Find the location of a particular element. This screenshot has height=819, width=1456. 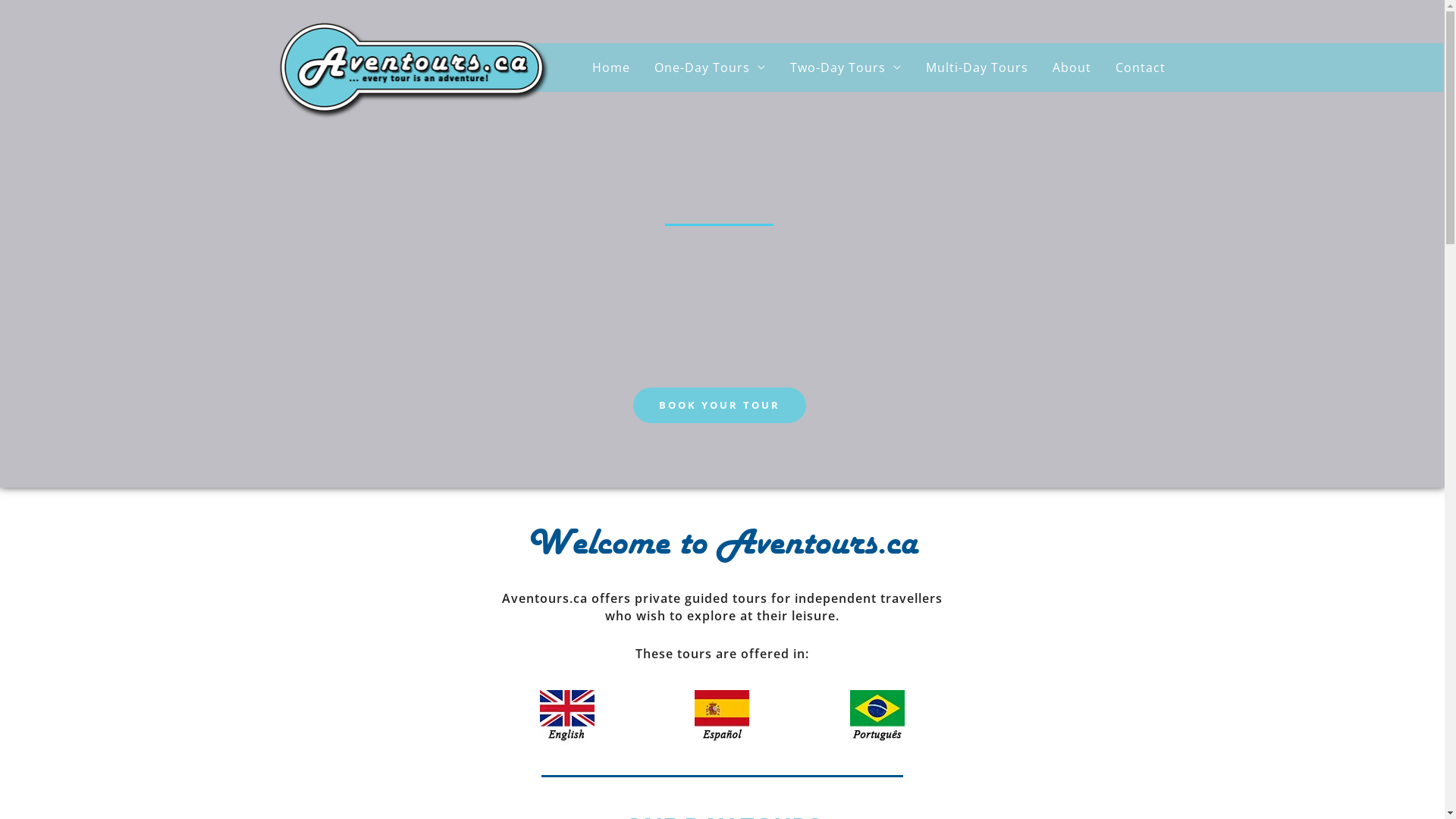

'One-Day Tours' is located at coordinates (641, 66).